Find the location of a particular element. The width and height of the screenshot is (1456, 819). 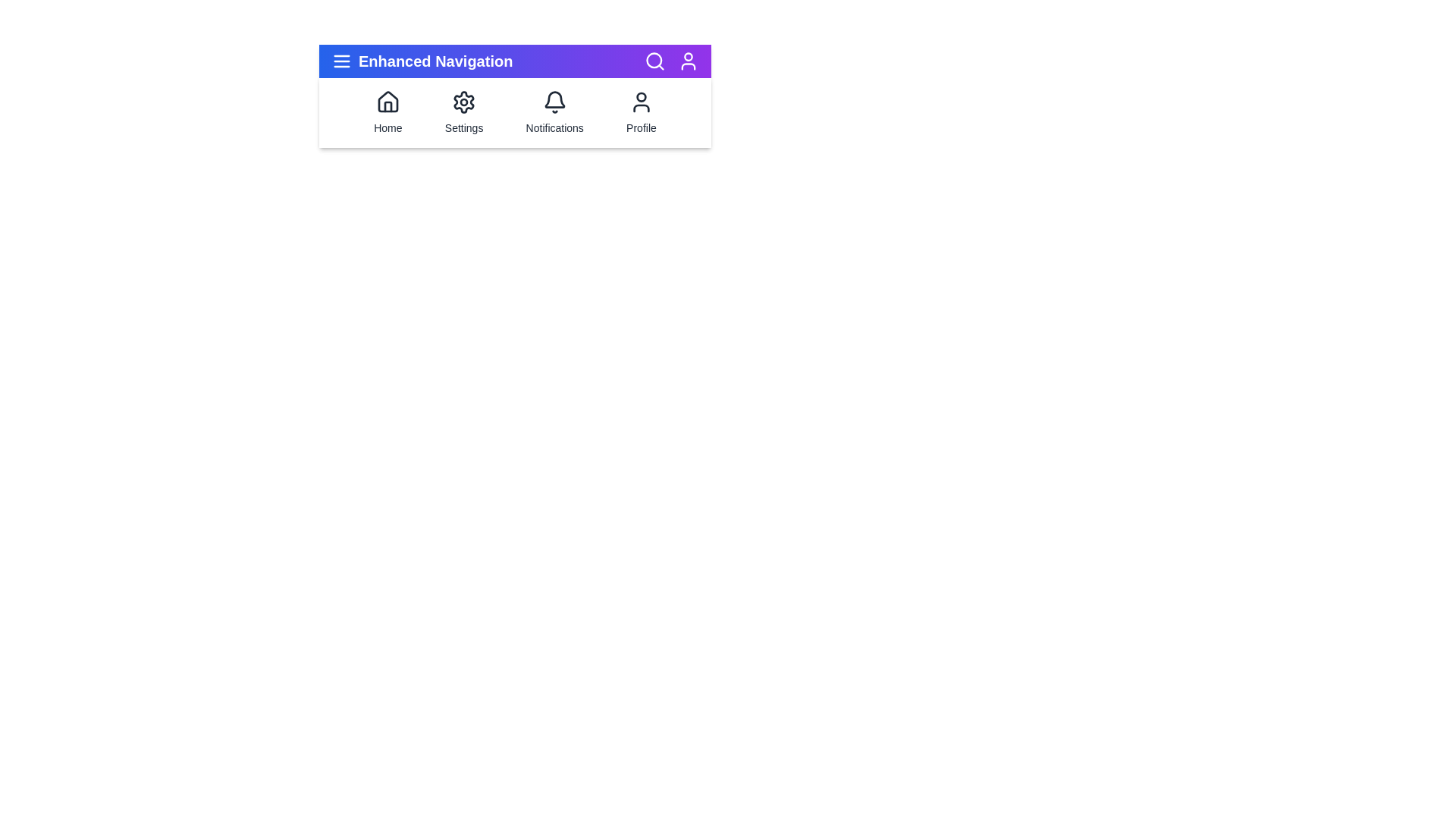

the navigation item Home is located at coordinates (388, 112).